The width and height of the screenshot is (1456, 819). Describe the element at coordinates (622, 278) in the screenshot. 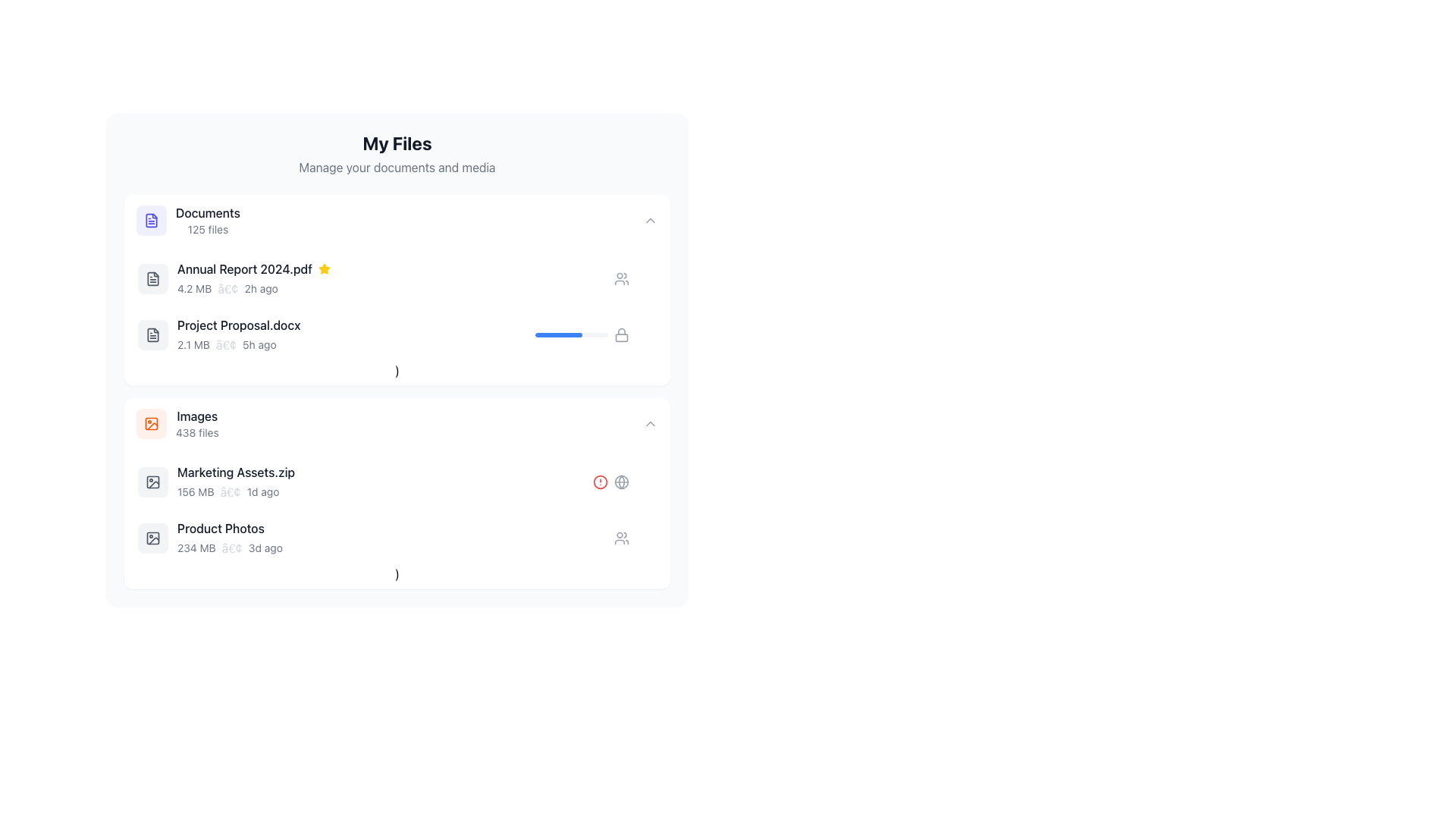

I see `the small gray SVG icon representing a group of users, located to the right of the 'Marketing Assets.zip' item in the file list` at that location.